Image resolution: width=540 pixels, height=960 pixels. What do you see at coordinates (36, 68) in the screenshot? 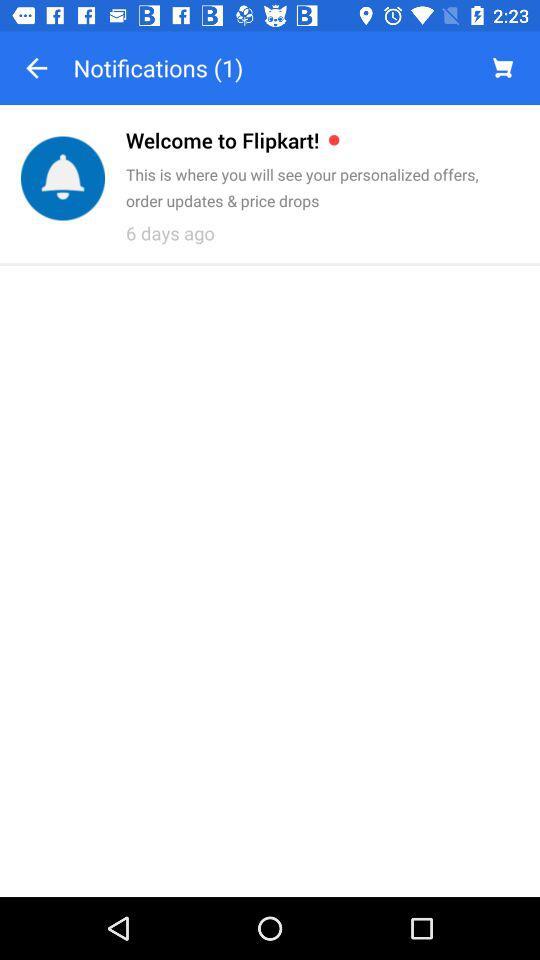
I see `the icon next to notifications (1)` at bounding box center [36, 68].